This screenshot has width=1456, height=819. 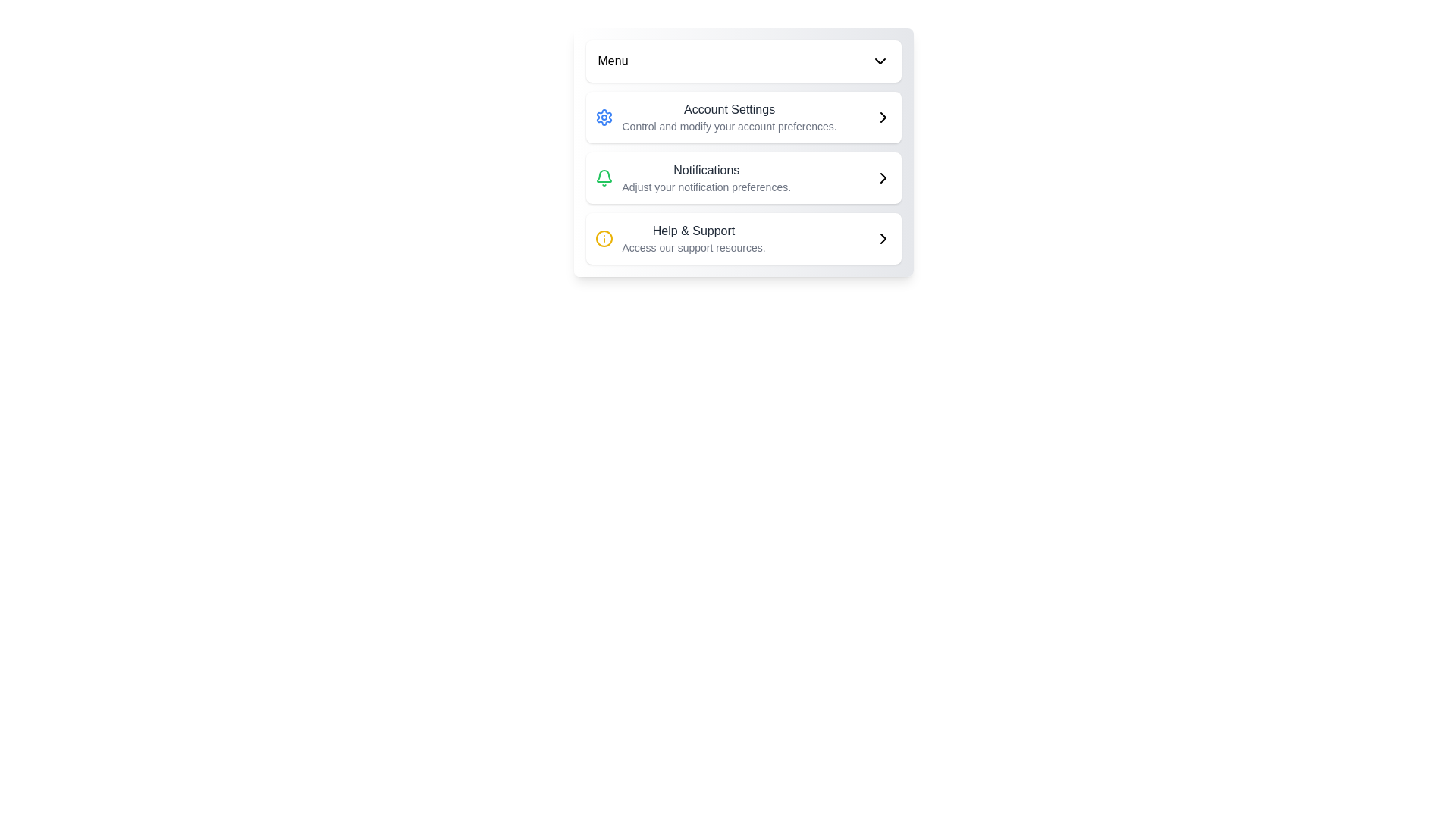 I want to click on the settings icon located in the 'Account Settings' block, which is the first item on the left, to access and modify account preferences, so click(x=603, y=116).